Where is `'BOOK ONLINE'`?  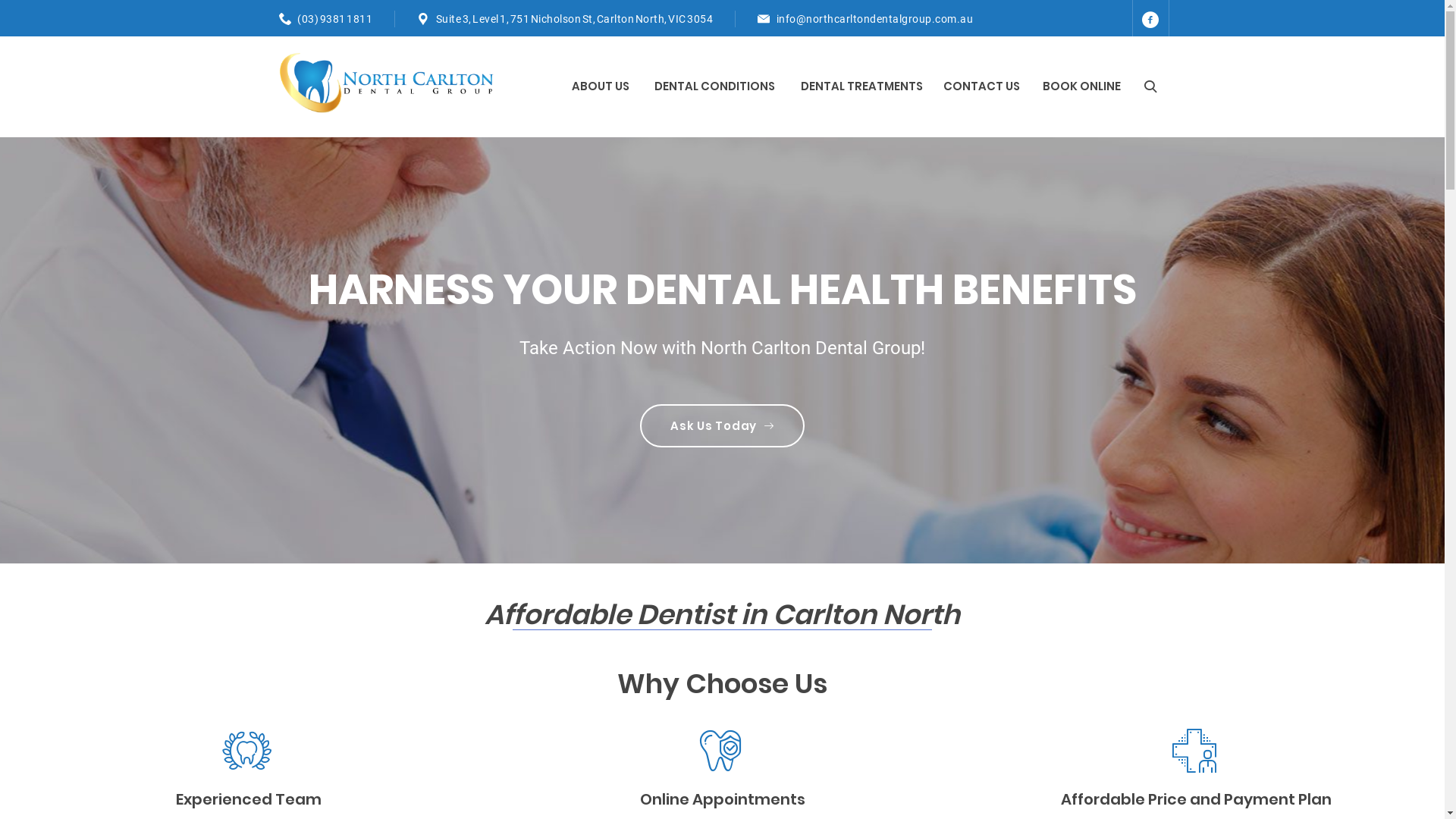 'BOOK ONLINE' is located at coordinates (1080, 86).